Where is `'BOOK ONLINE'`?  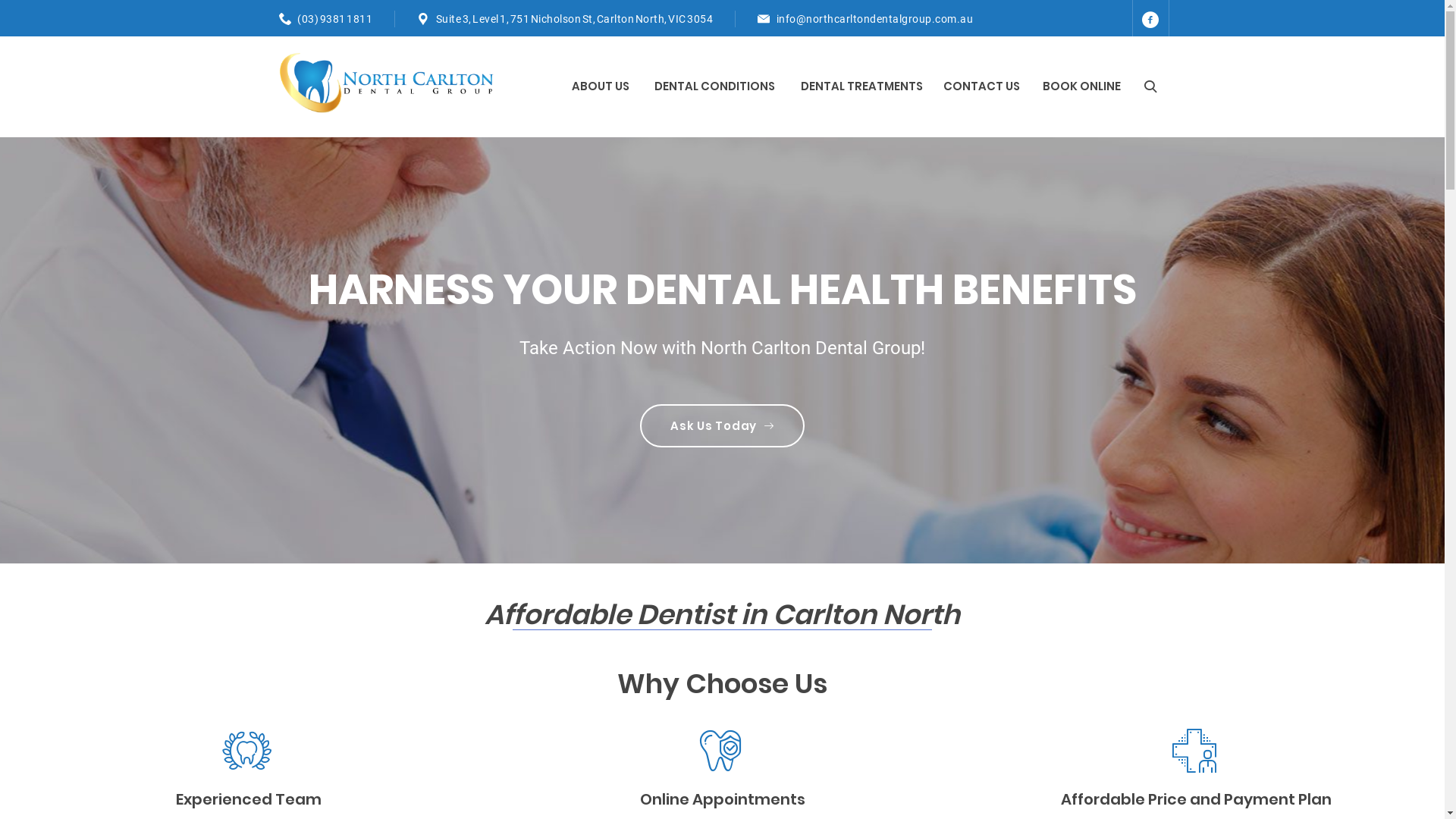 'BOOK ONLINE' is located at coordinates (1080, 86).